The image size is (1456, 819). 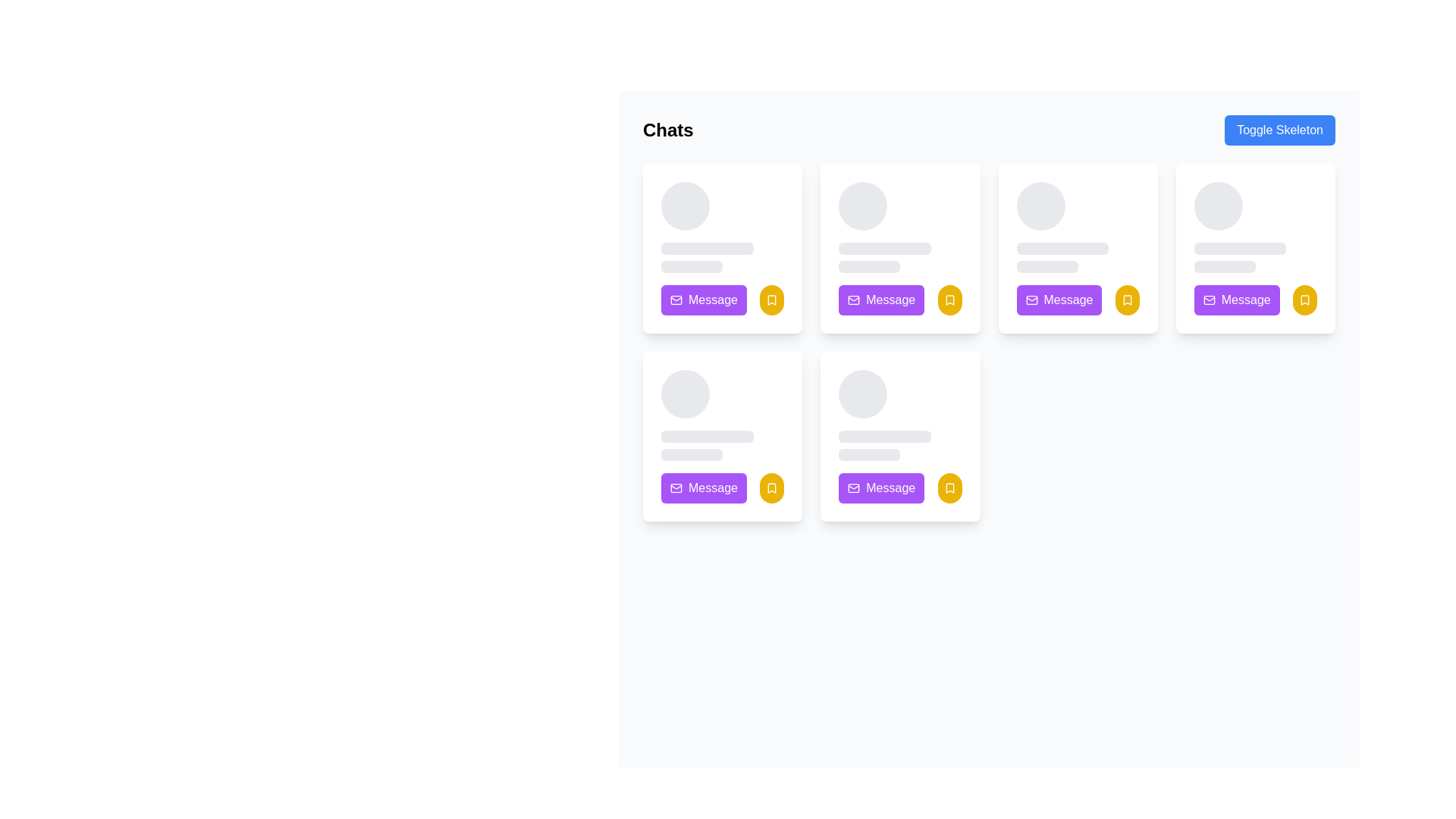 What do you see at coordinates (900, 415) in the screenshot?
I see `the Skeleton loader component for the user profile card, which indicates loading activity and is located in the second row and third column of a grid layout` at bounding box center [900, 415].